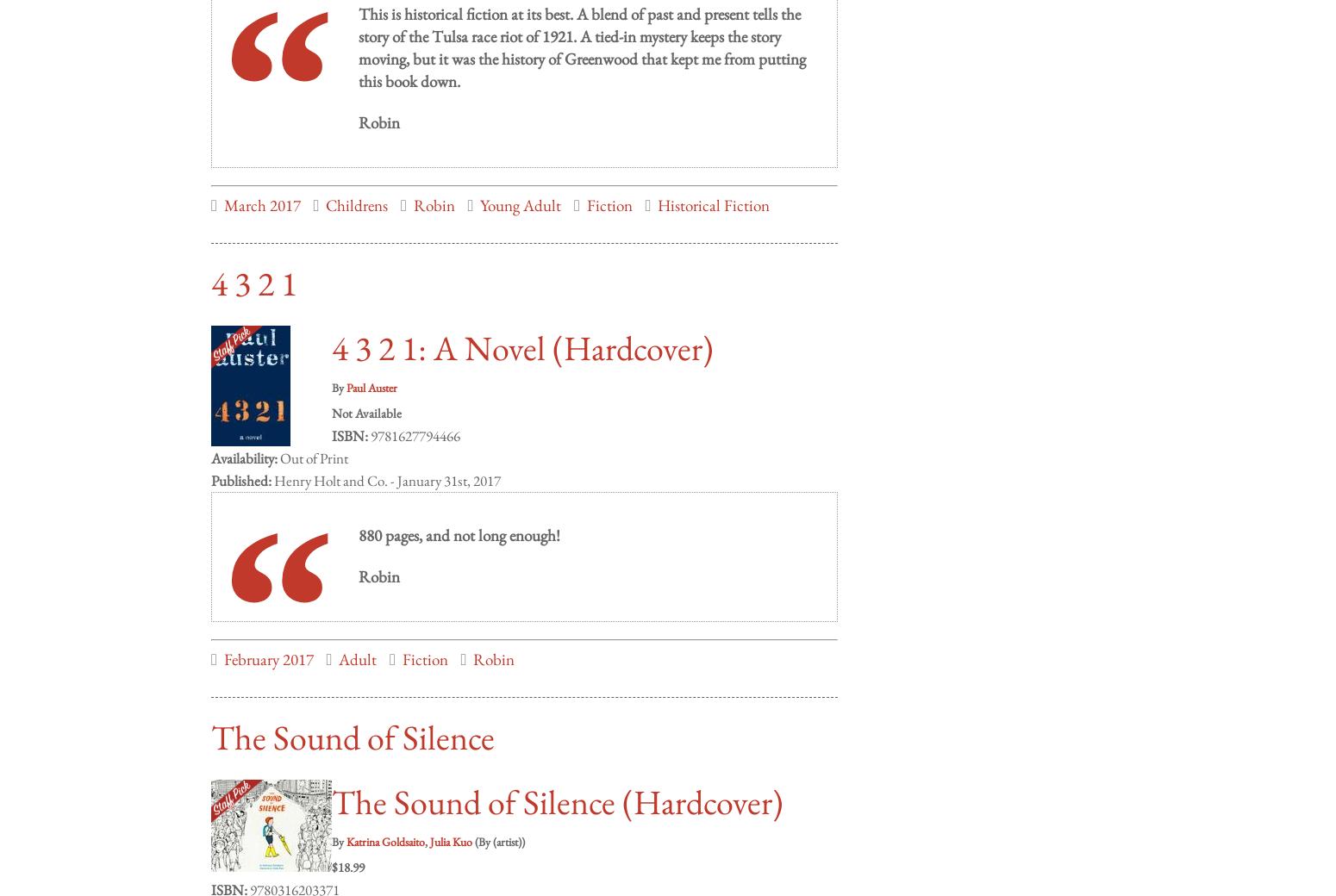 Image resolution: width=1336 pixels, height=896 pixels. What do you see at coordinates (459, 517) in the screenshot?
I see `'880 pages, and not long enough!'` at bounding box center [459, 517].